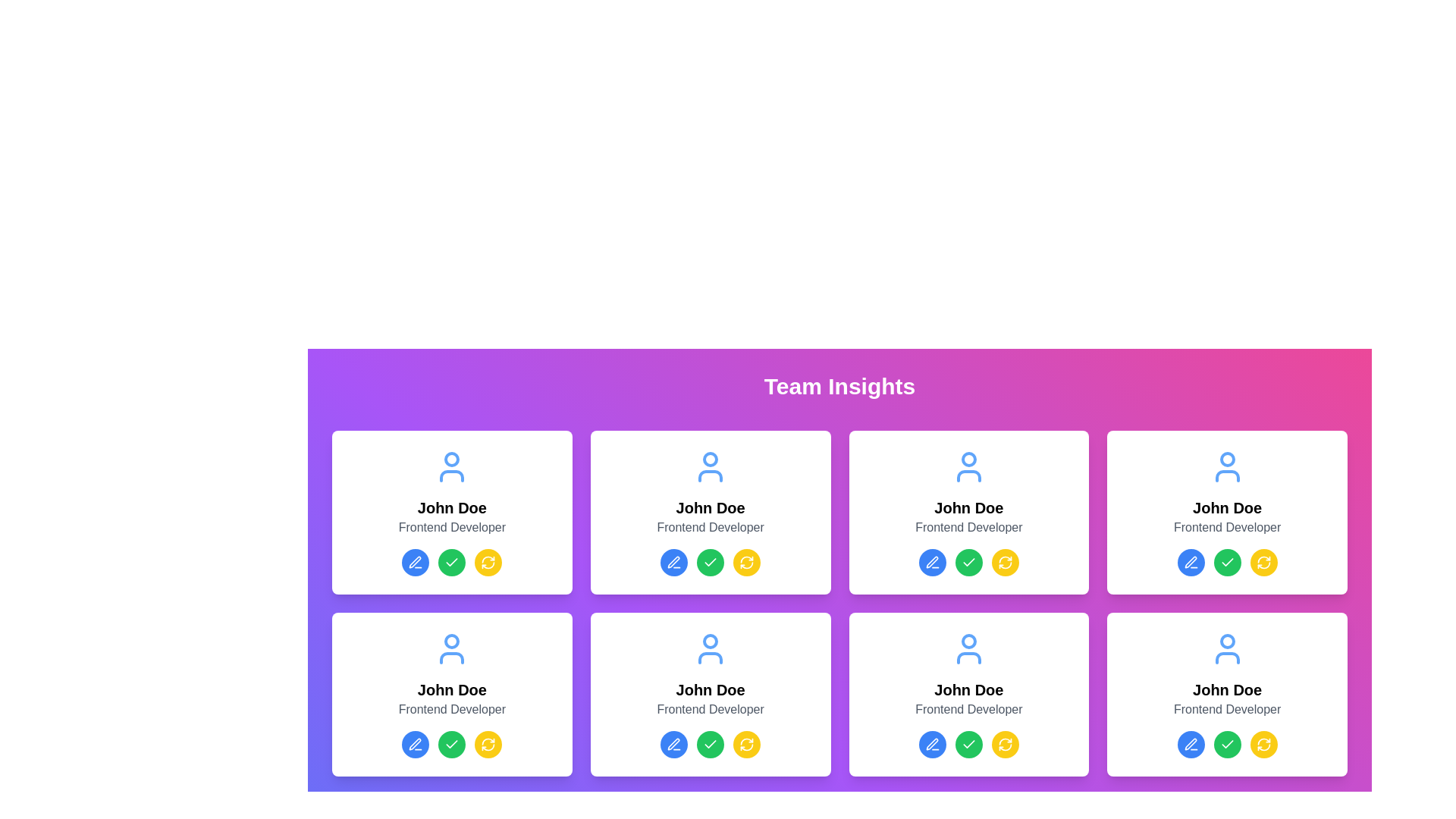  Describe the element at coordinates (968, 466) in the screenshot. I see `the user profile icon located in the upper section of the card element, which is in the top row and third from the left, centered above the text 'John Doe' and 'Frontend Developer'` at that location.